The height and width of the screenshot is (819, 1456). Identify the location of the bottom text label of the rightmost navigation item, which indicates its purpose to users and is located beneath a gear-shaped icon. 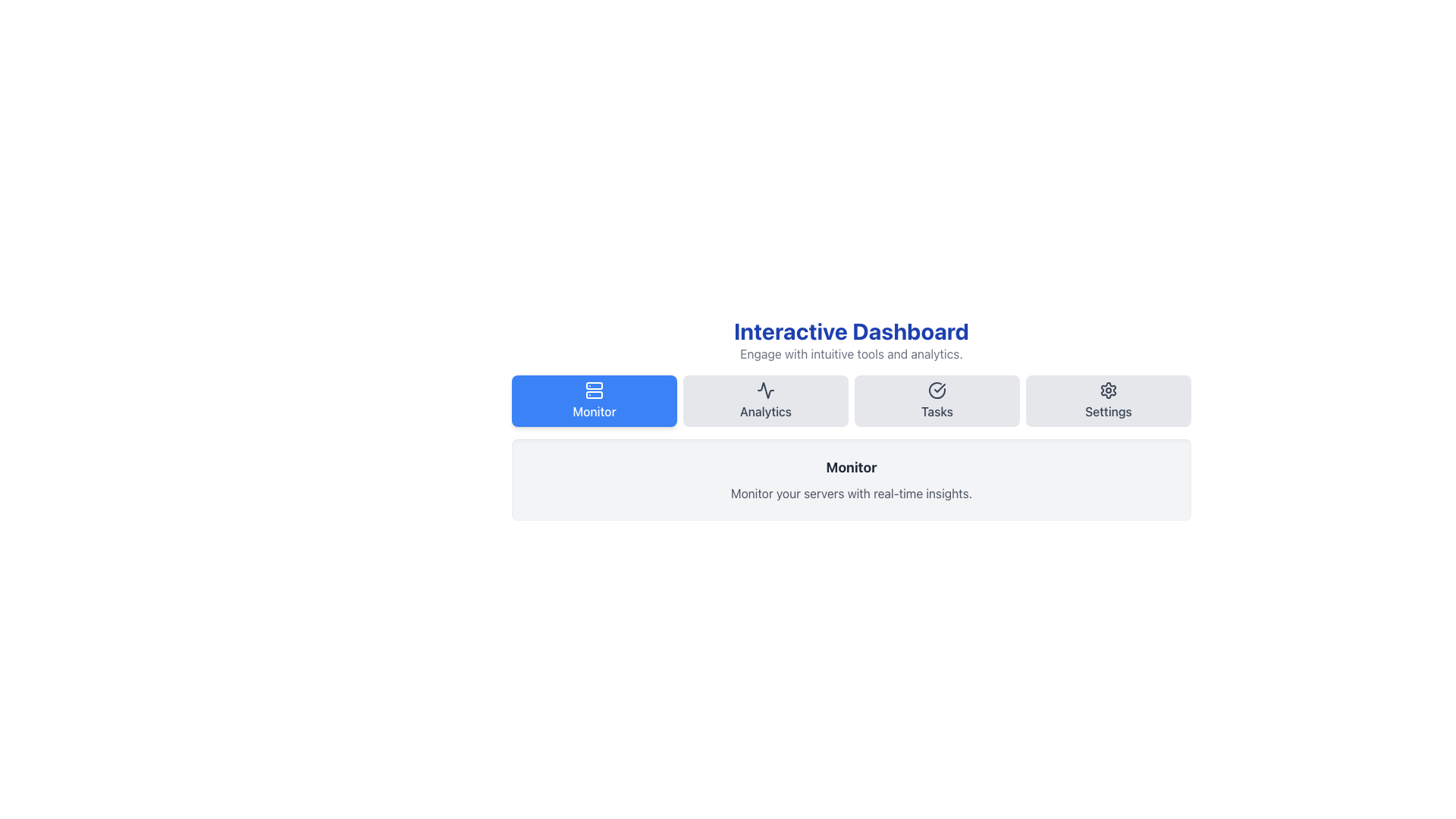
(1109, 412).